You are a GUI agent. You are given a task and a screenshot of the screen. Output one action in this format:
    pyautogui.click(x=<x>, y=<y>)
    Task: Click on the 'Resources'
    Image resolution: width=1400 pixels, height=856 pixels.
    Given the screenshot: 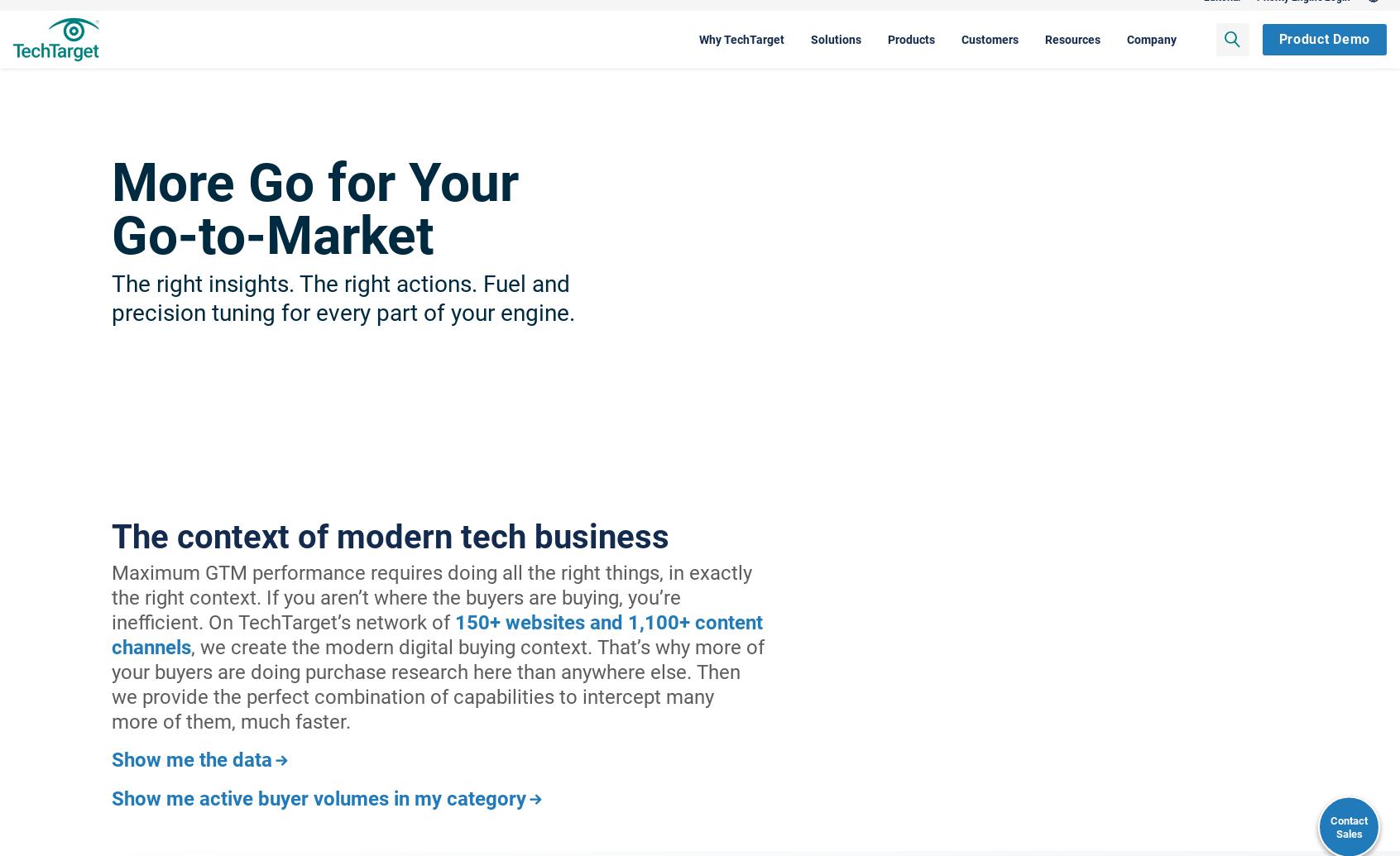 What is the action you would take?
    pyautogui.click(x=944, y=55)
    